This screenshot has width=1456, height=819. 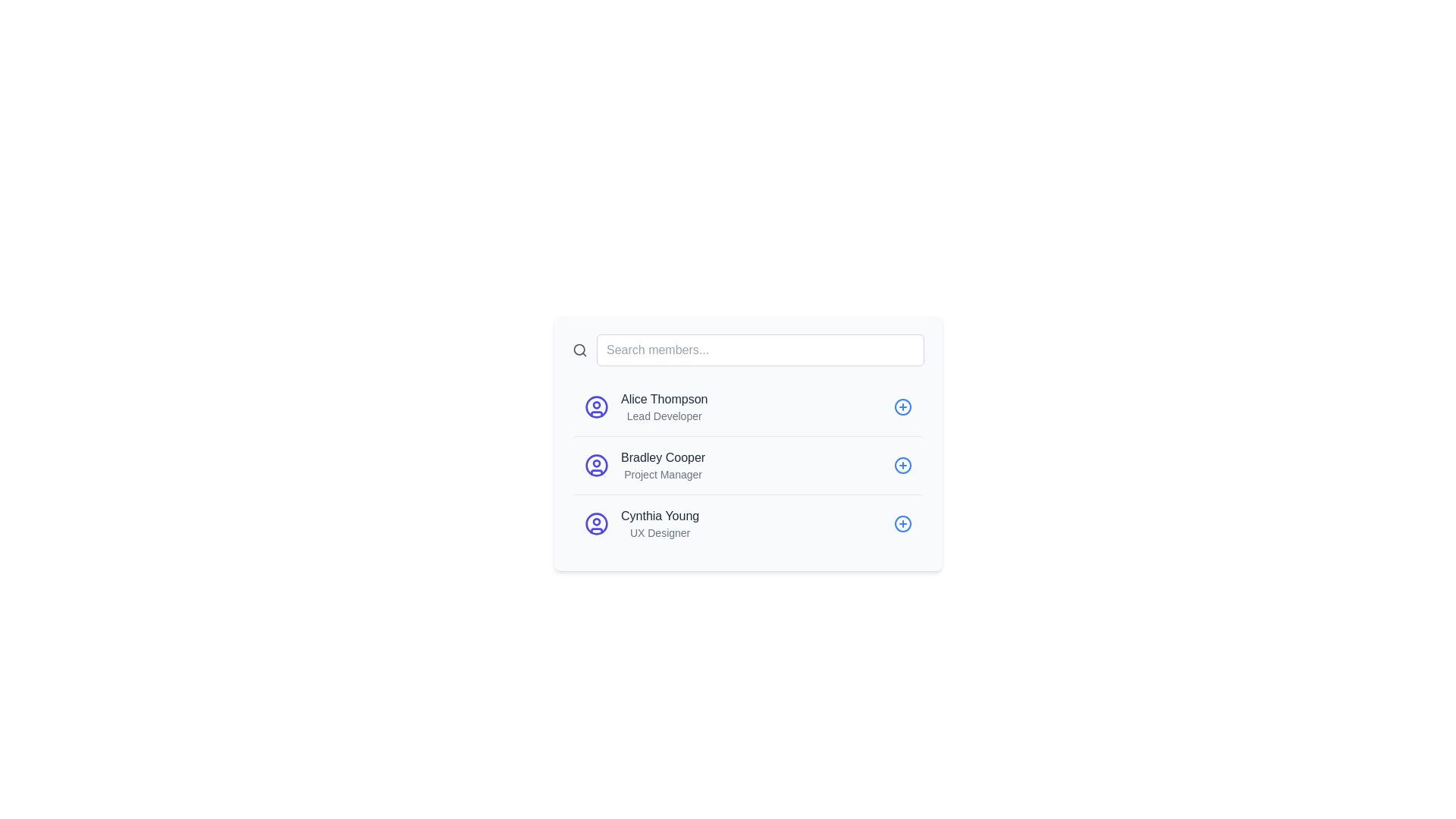 What do you see at coordinates (663, 464) in the screenshot?
I see `the text block displaying 'Bradley Cooper, Project Manager' in the second row of the member list under the header 'Search members...' in the modal` at bounding box center [663, 464].